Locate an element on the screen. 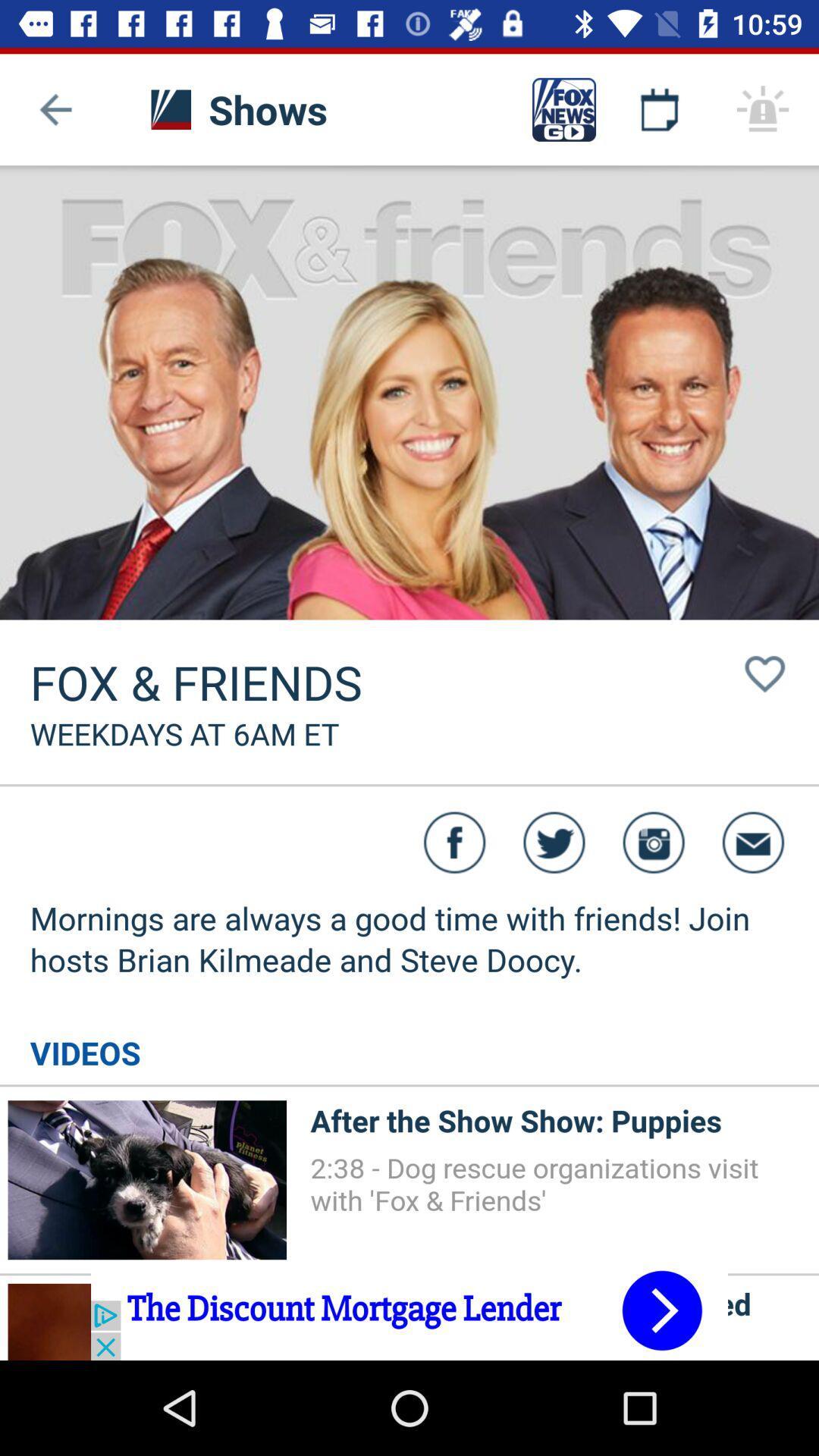 The width and height of the screenshot is (819, 1456). the button right to the fox  friends is located at coordinates (765, 673).